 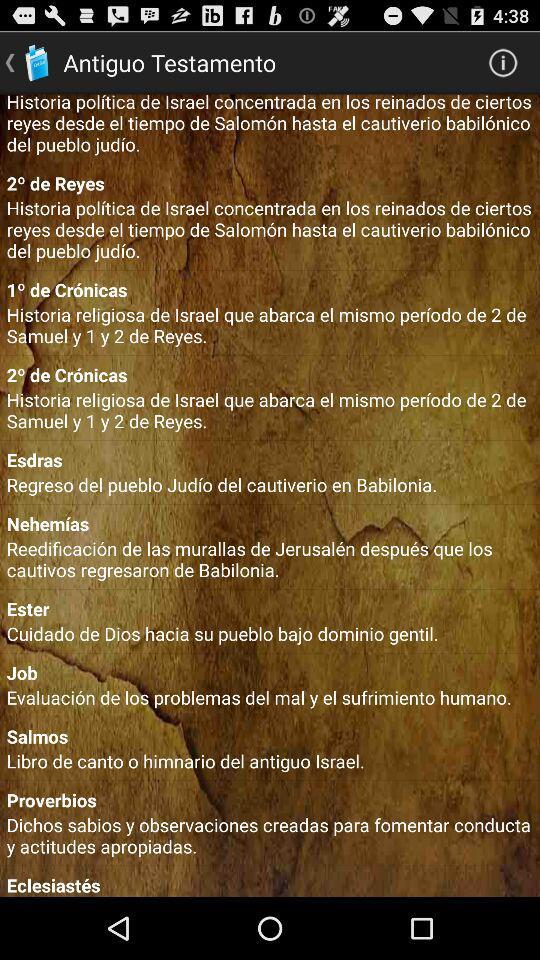 What do you see at coordinates (270, 760) in the screenshot?
I see `libro de canto icon` at bounding box center [270, 760].